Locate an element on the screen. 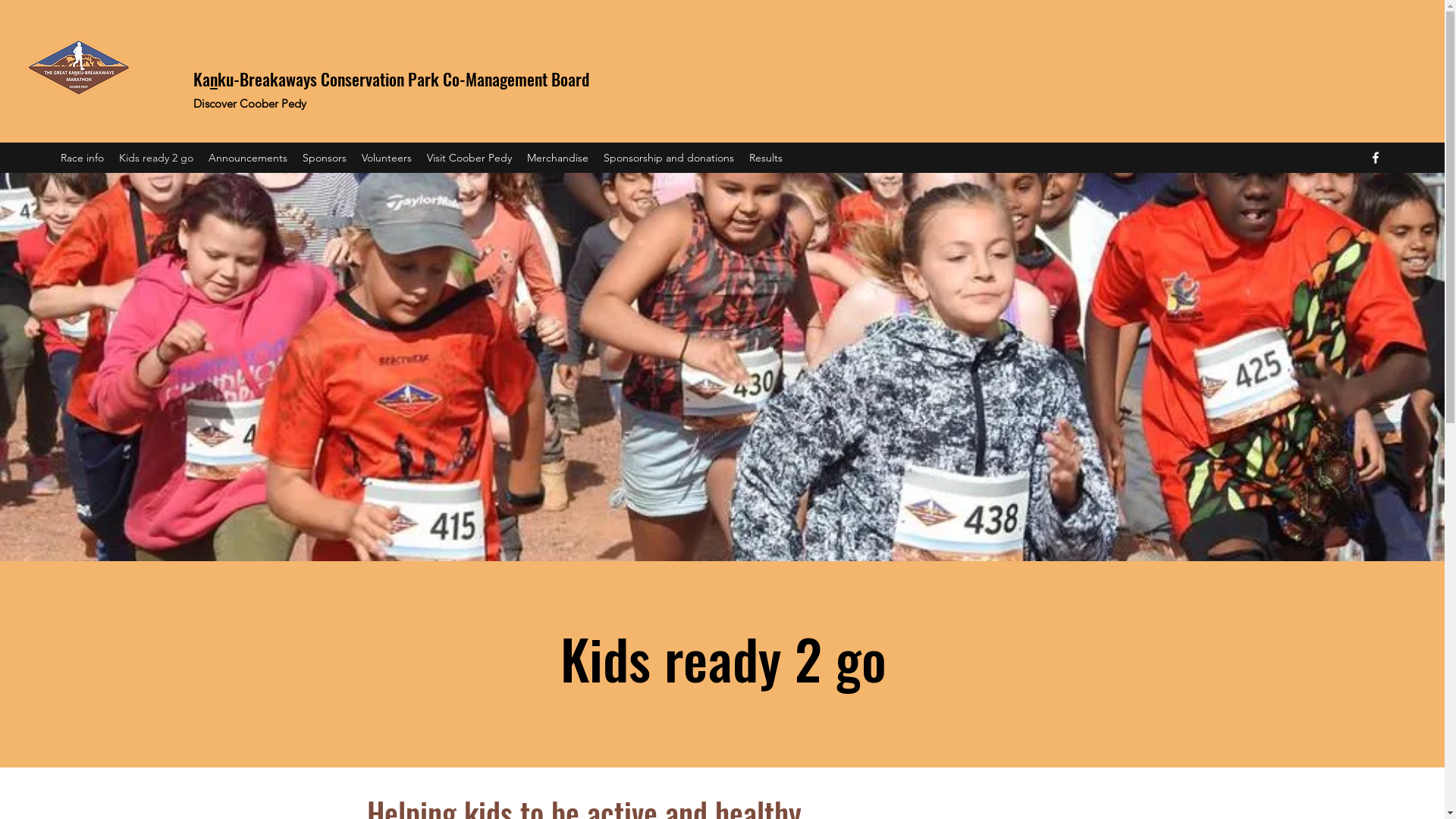 This screenshot has height=819, width=1456. 'Sponsorship and donations' is located at coordinates (668, 158).